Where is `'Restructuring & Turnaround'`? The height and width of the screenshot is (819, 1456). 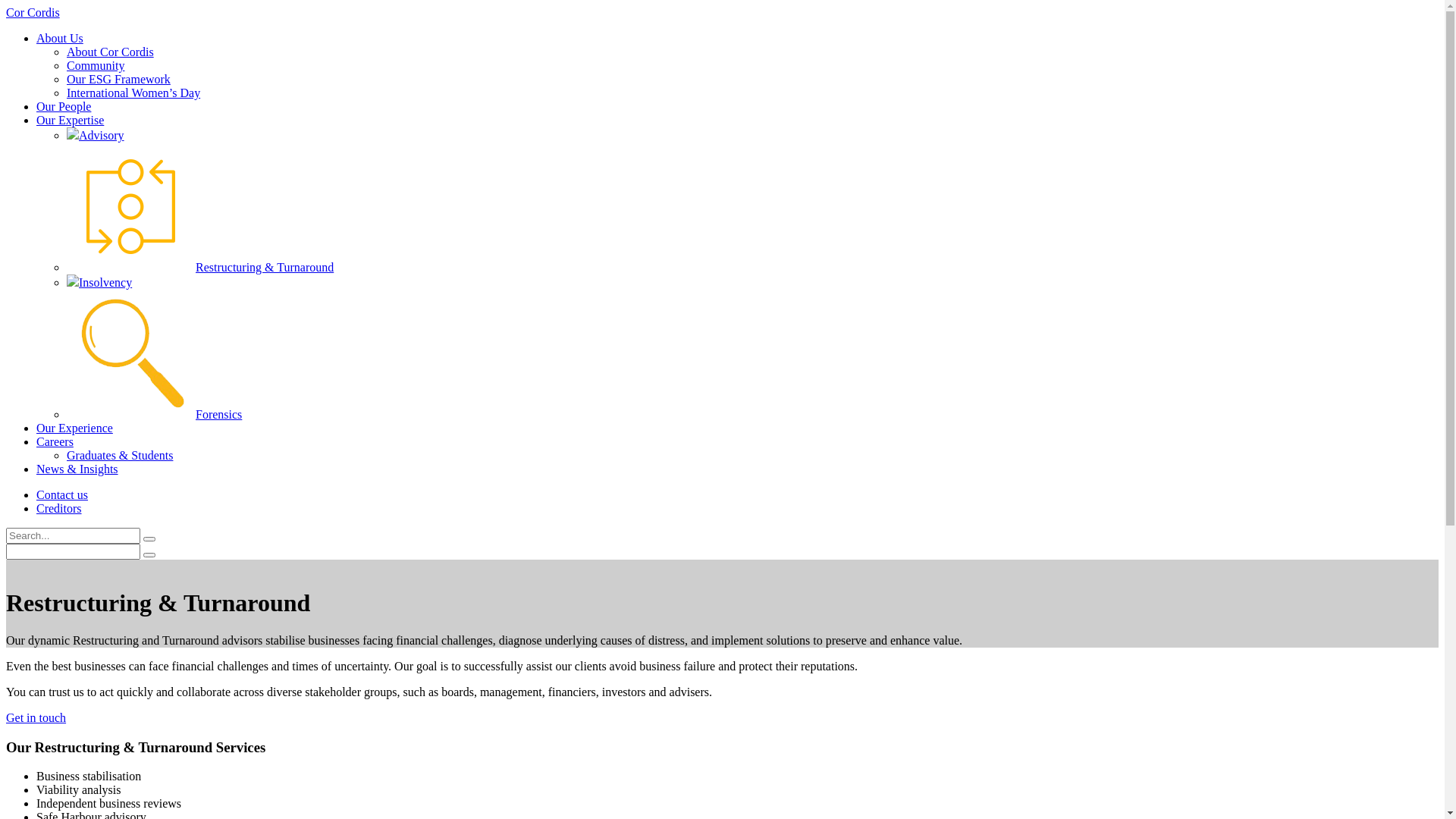
'Restructuring & Turnaround' is located at coordinates (199, 266).